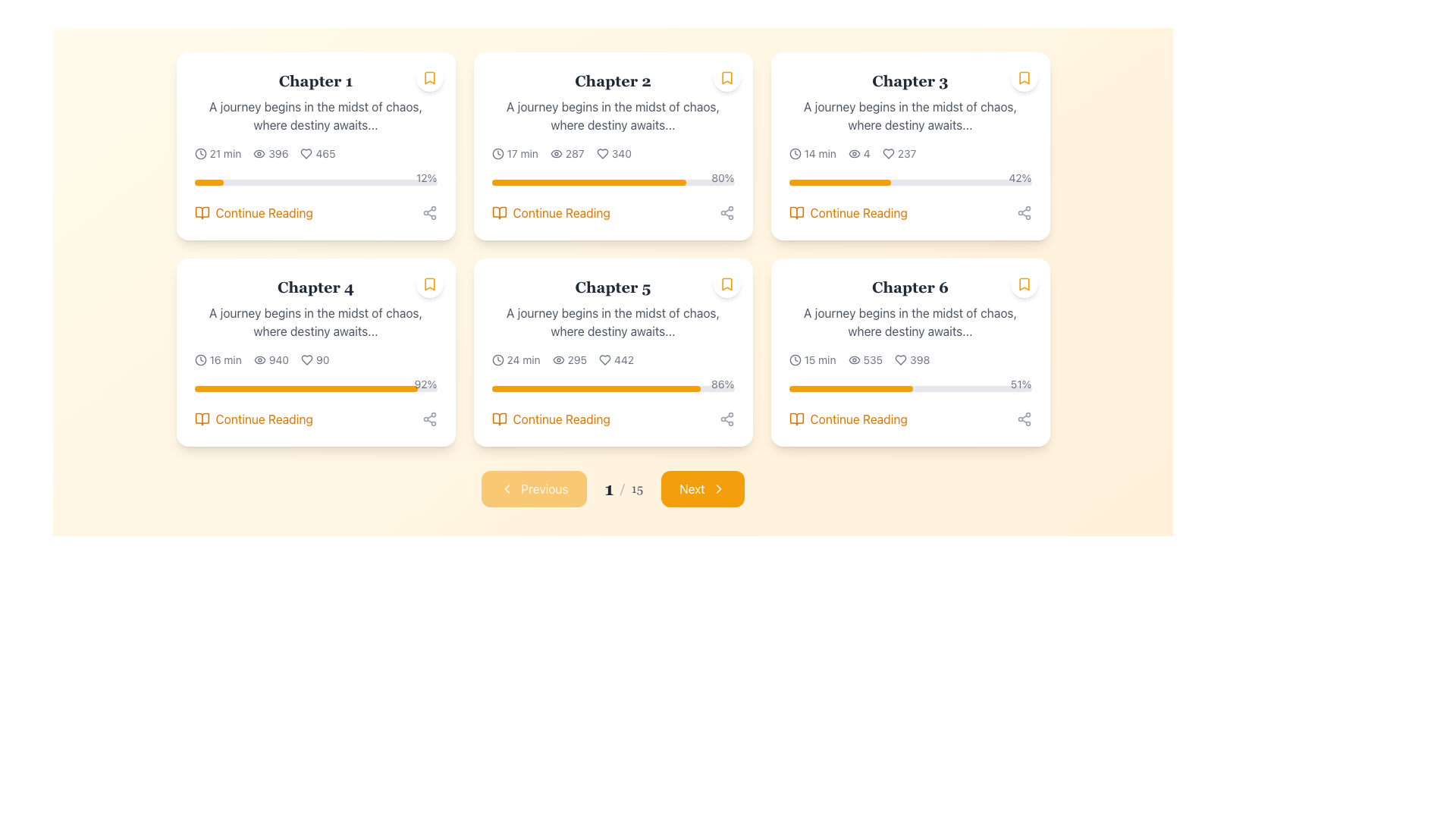 This screenshot has height=819, width=1456. Describe the element at coordinates (428, 284) in the screenshot. I see `the bookmark icon located in the top right corner of the 'Chapter 4' card` at that location.